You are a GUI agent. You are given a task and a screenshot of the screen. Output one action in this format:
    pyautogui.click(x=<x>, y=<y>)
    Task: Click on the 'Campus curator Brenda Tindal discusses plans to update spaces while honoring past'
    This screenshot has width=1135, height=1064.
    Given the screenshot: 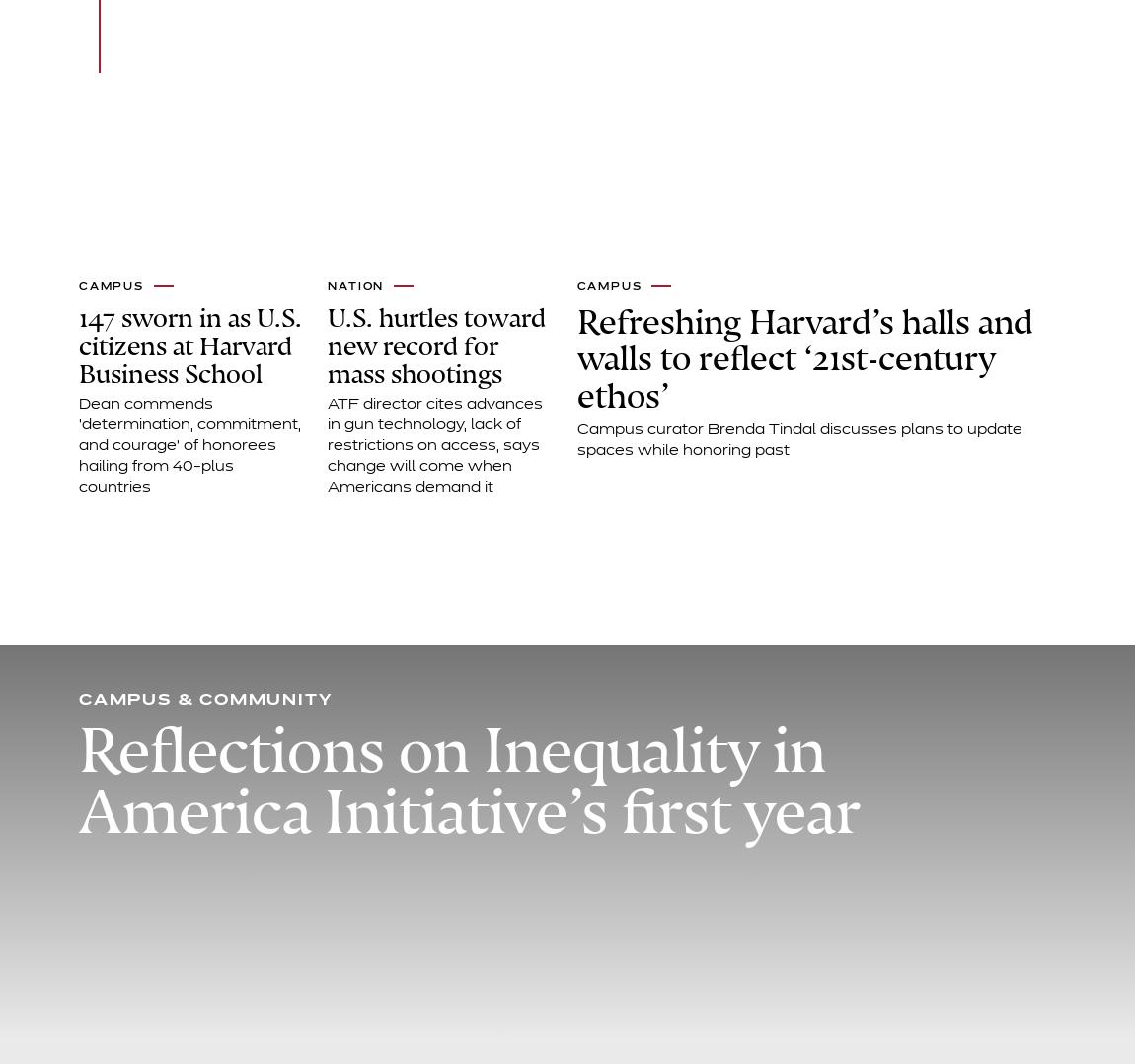 What is the action you would take?
    pyautogui.click(x=574, y=440)
    